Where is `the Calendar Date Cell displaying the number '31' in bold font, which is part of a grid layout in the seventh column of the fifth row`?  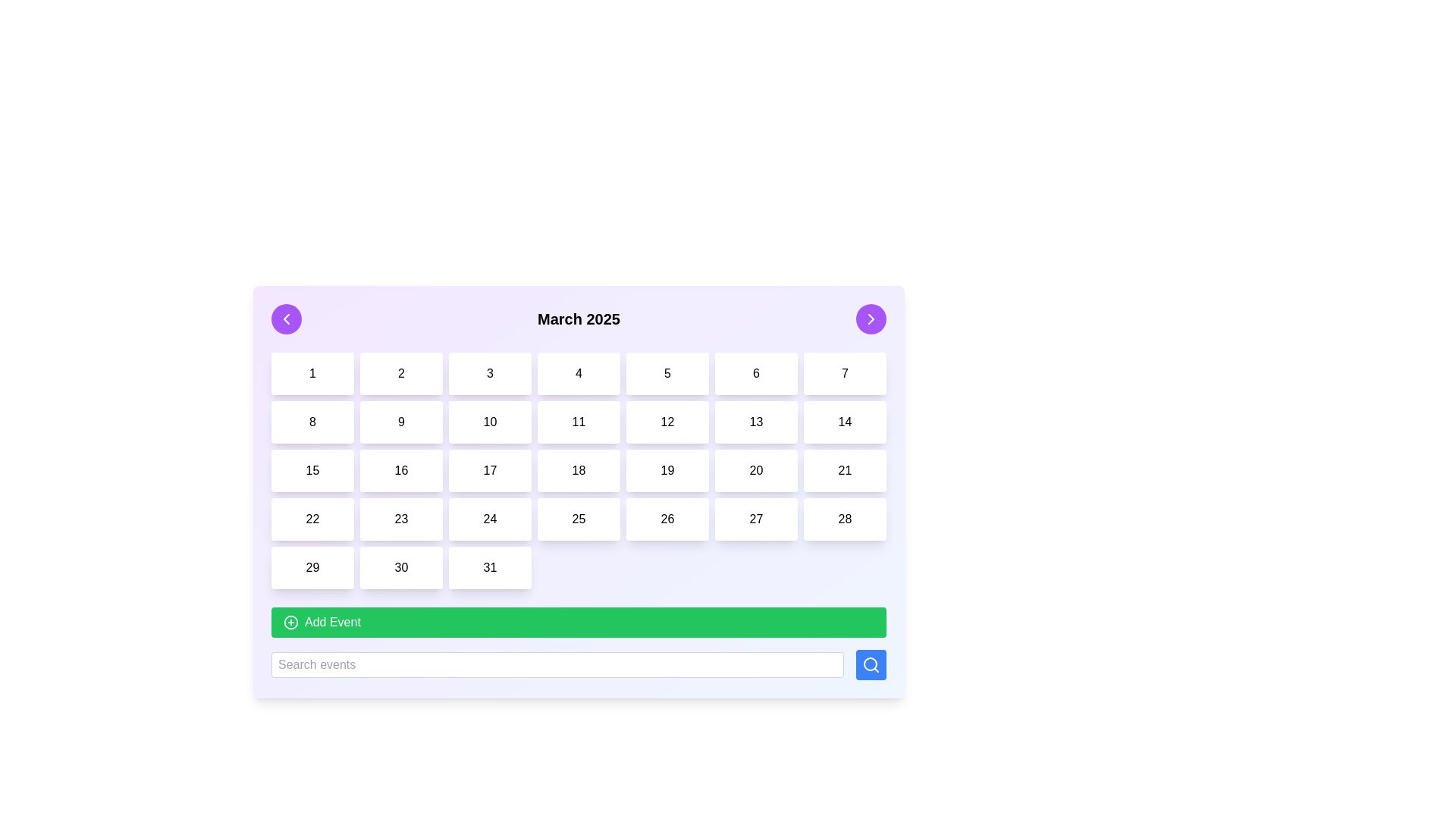 the Calendar Date Cell displaying the number '31' in bold font, which is part of a grid layout in the seventh column of the fifth row is located at coordinates (490, 567).